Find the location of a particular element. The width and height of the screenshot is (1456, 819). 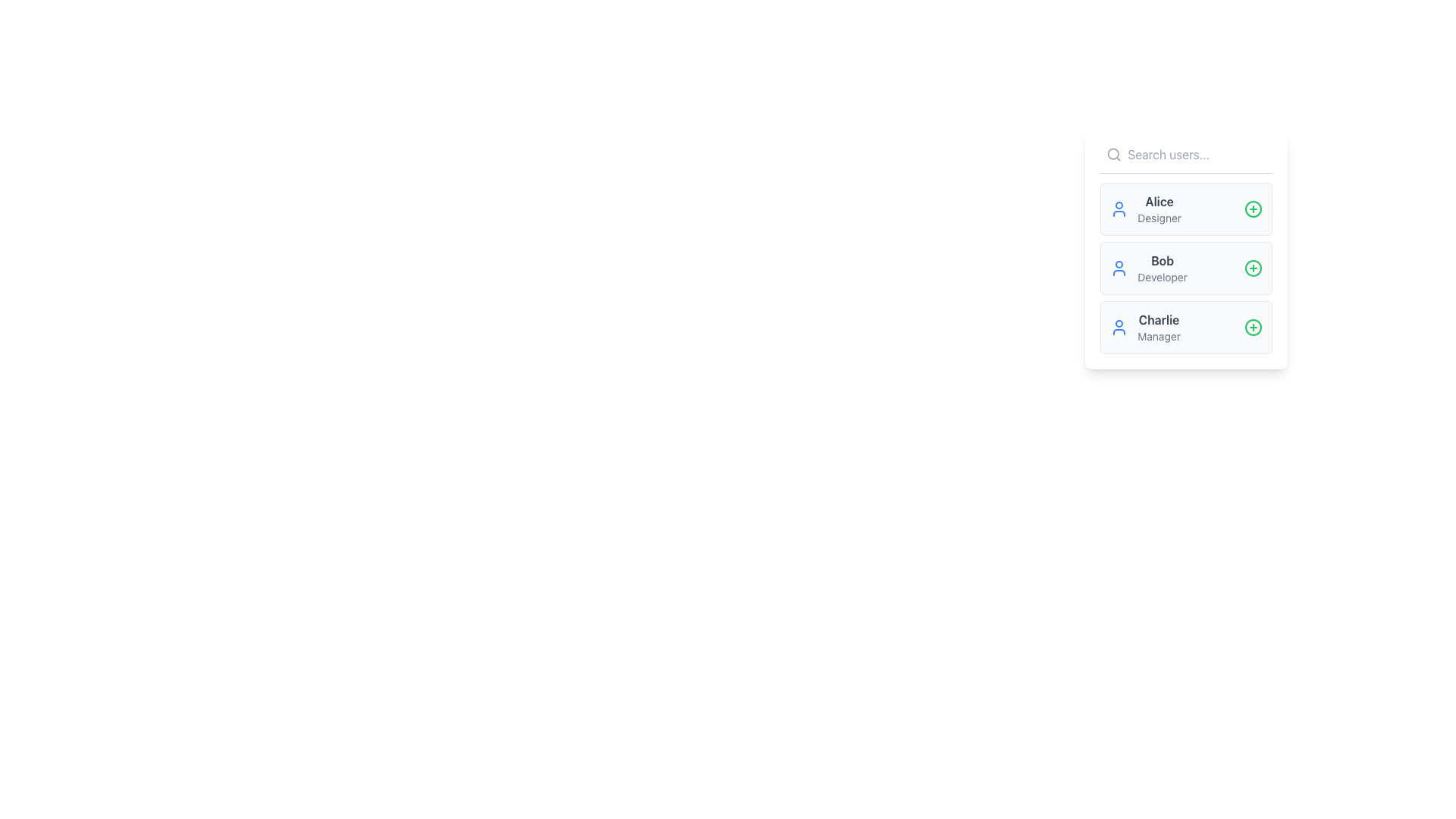

the circular icon button with a green outline and a plus sign, located to the right of 'Charlie Manager', to initiate an action related to 'Charlie Manager' is located at coordinates (1253, 327).